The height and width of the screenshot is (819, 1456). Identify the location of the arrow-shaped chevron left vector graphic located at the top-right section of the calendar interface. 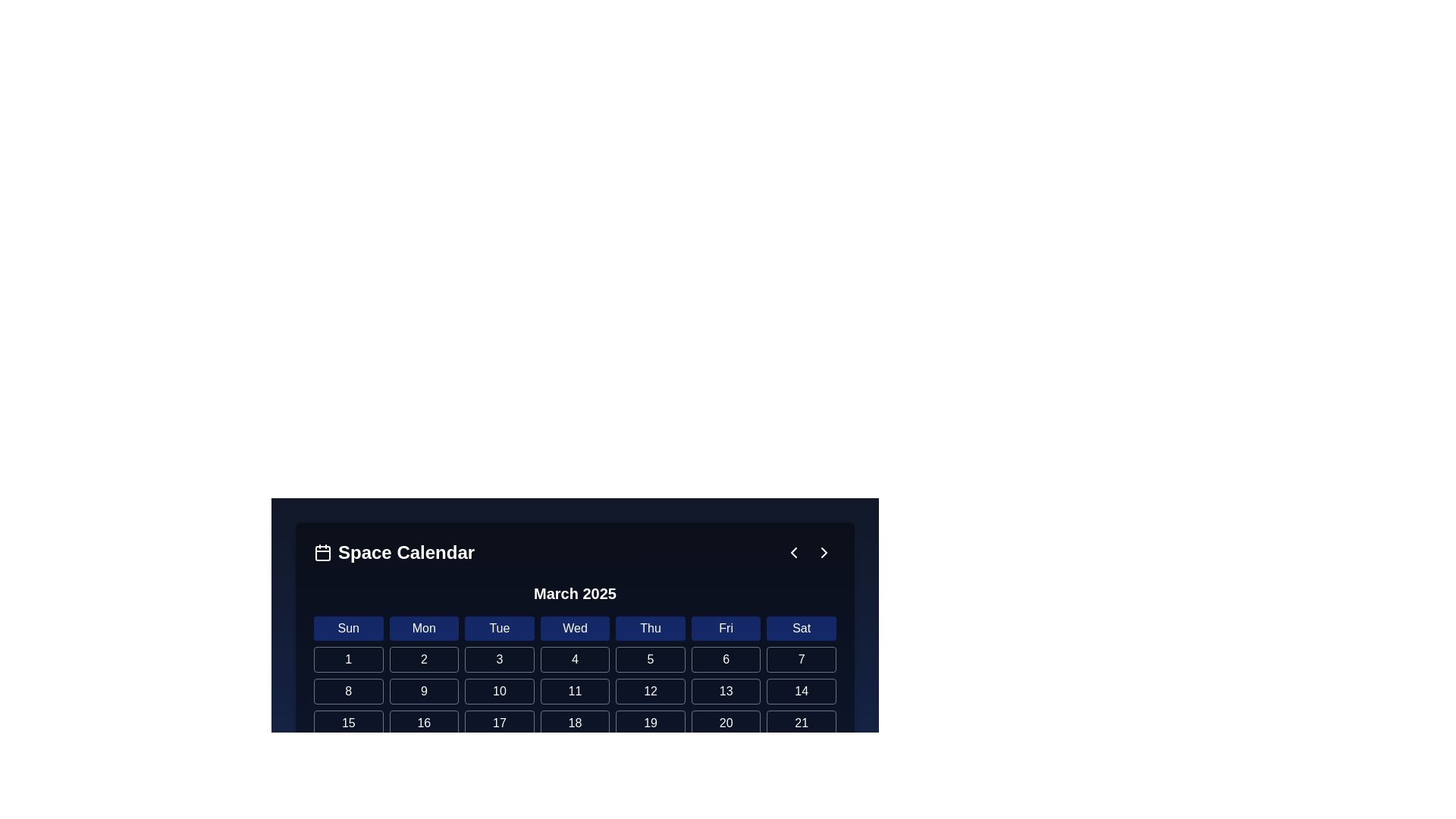
(792, 553).